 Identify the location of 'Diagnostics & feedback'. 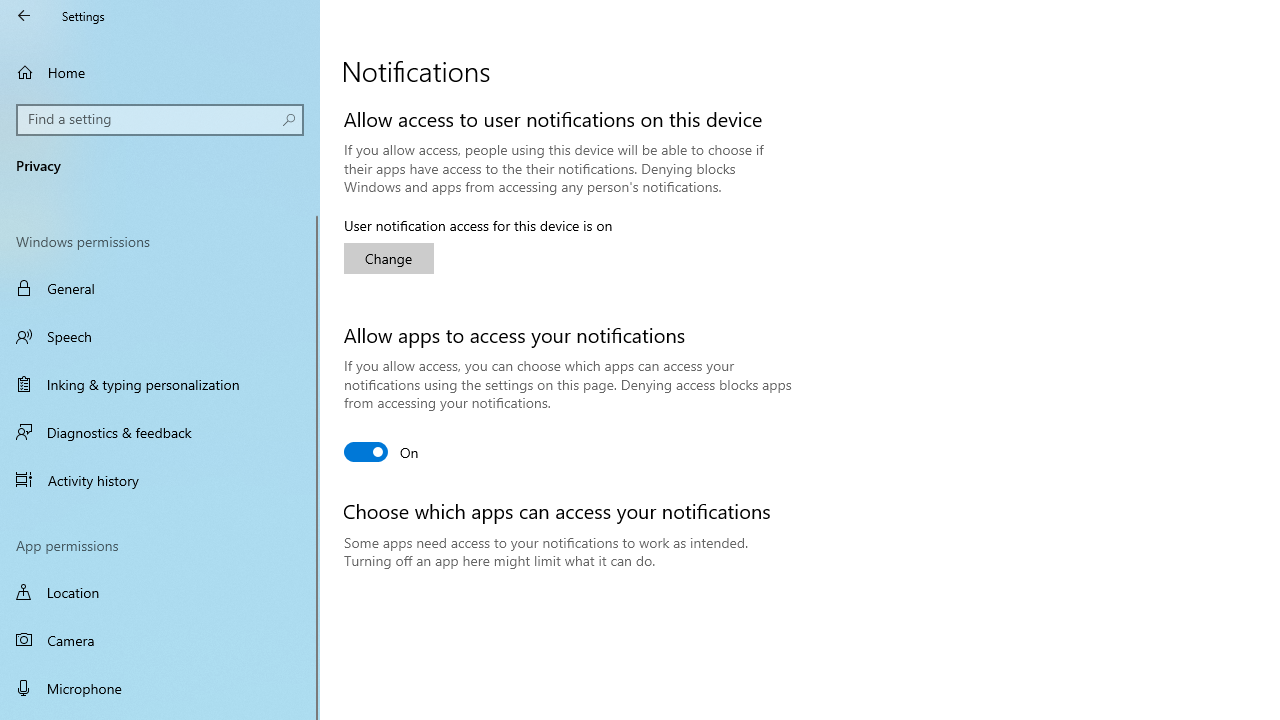
(160, 431).